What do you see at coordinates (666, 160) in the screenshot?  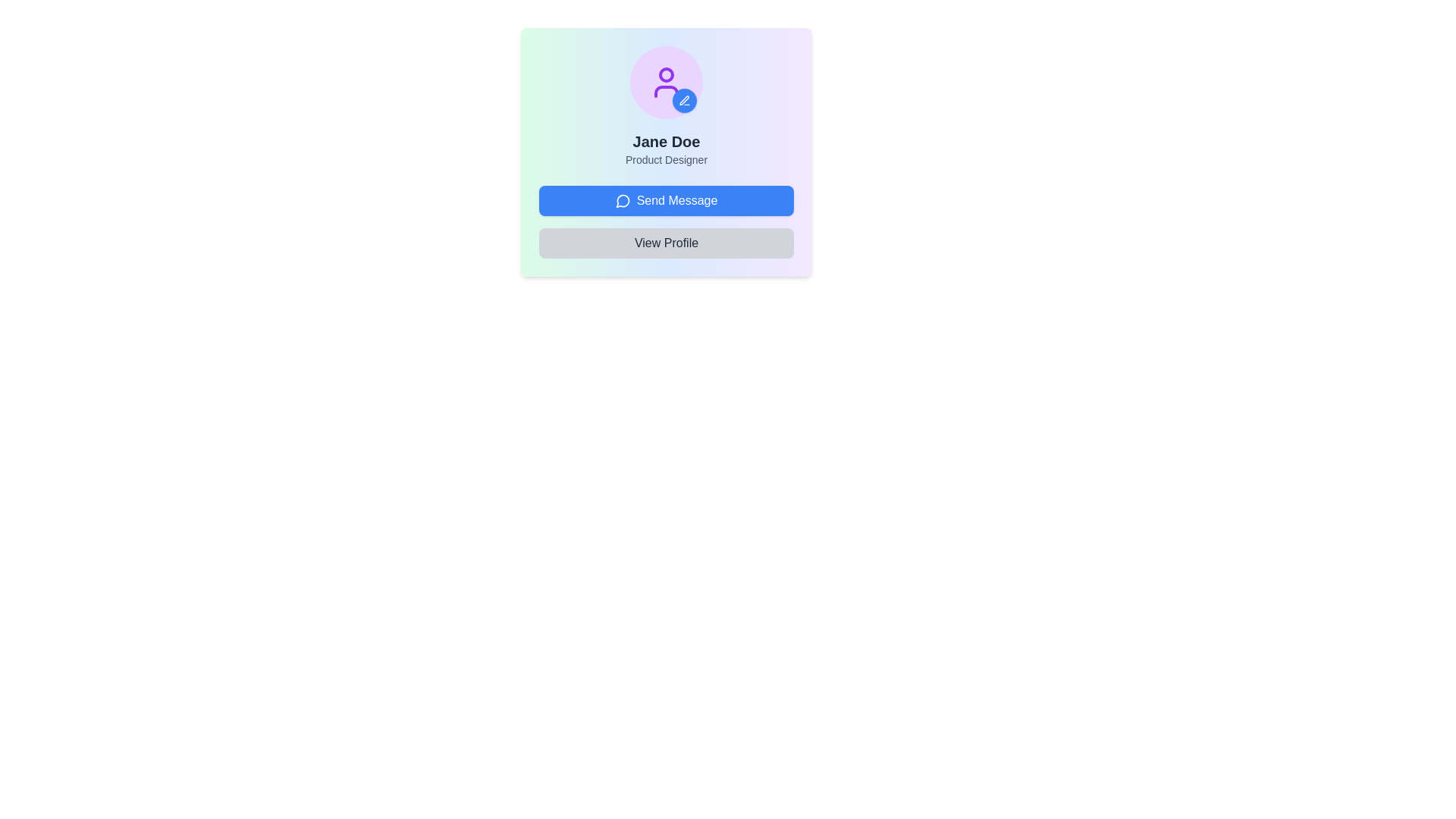 I see `the descriptive professional title text element located below 'Jane Doe' within the card layout` at bounding box center [666, 160].